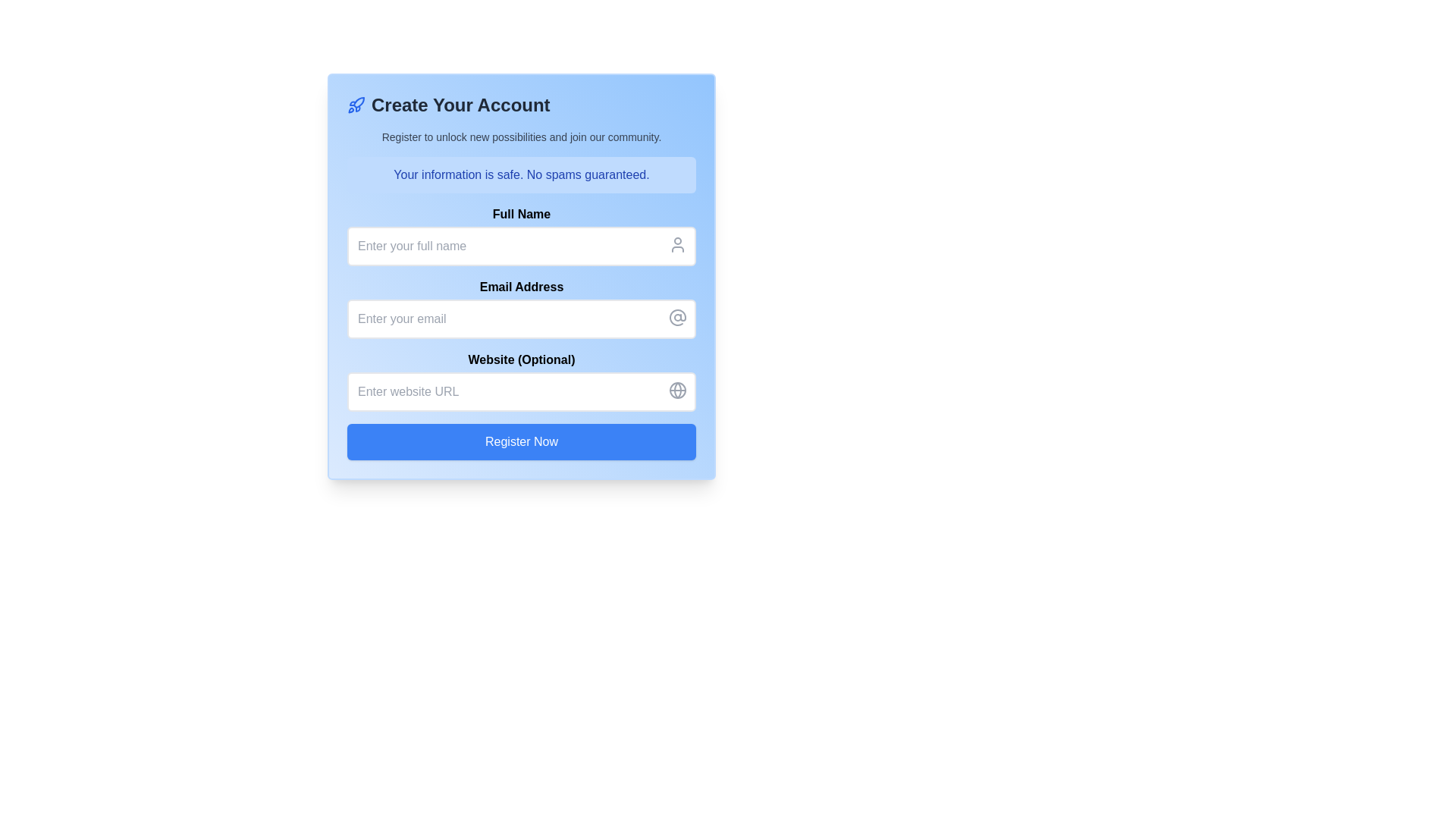  Describe the element at coordinates (521, 318) in the screenshot. I see `the email input field located centrally in the 'Email Address' section` at that location.